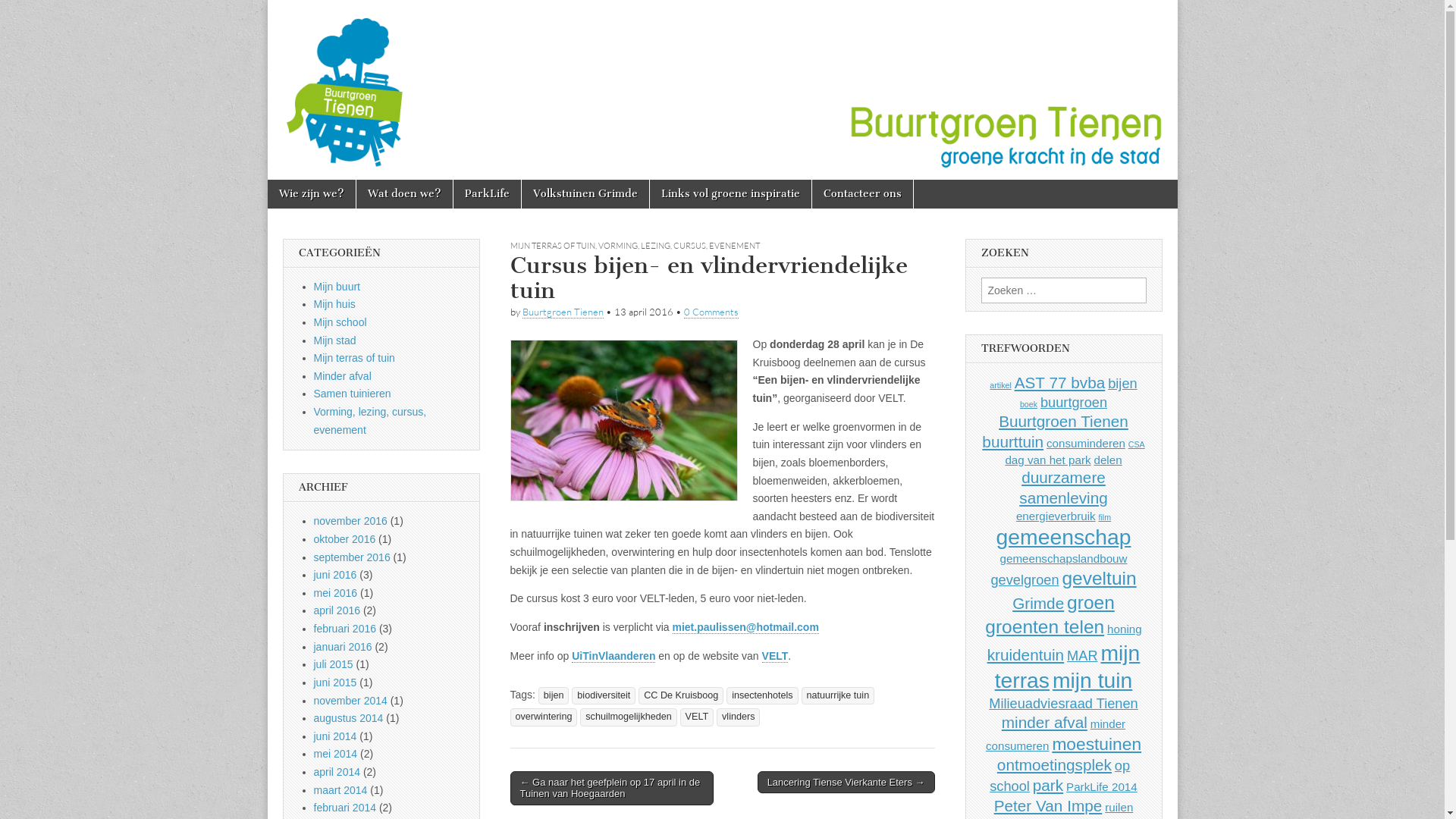 This screenshot has height=819, width=1456. What do you see at coordinates (1055, 733) in the screenshot?
I see `'minder consumeren'` at bounding box center [1055, 733].